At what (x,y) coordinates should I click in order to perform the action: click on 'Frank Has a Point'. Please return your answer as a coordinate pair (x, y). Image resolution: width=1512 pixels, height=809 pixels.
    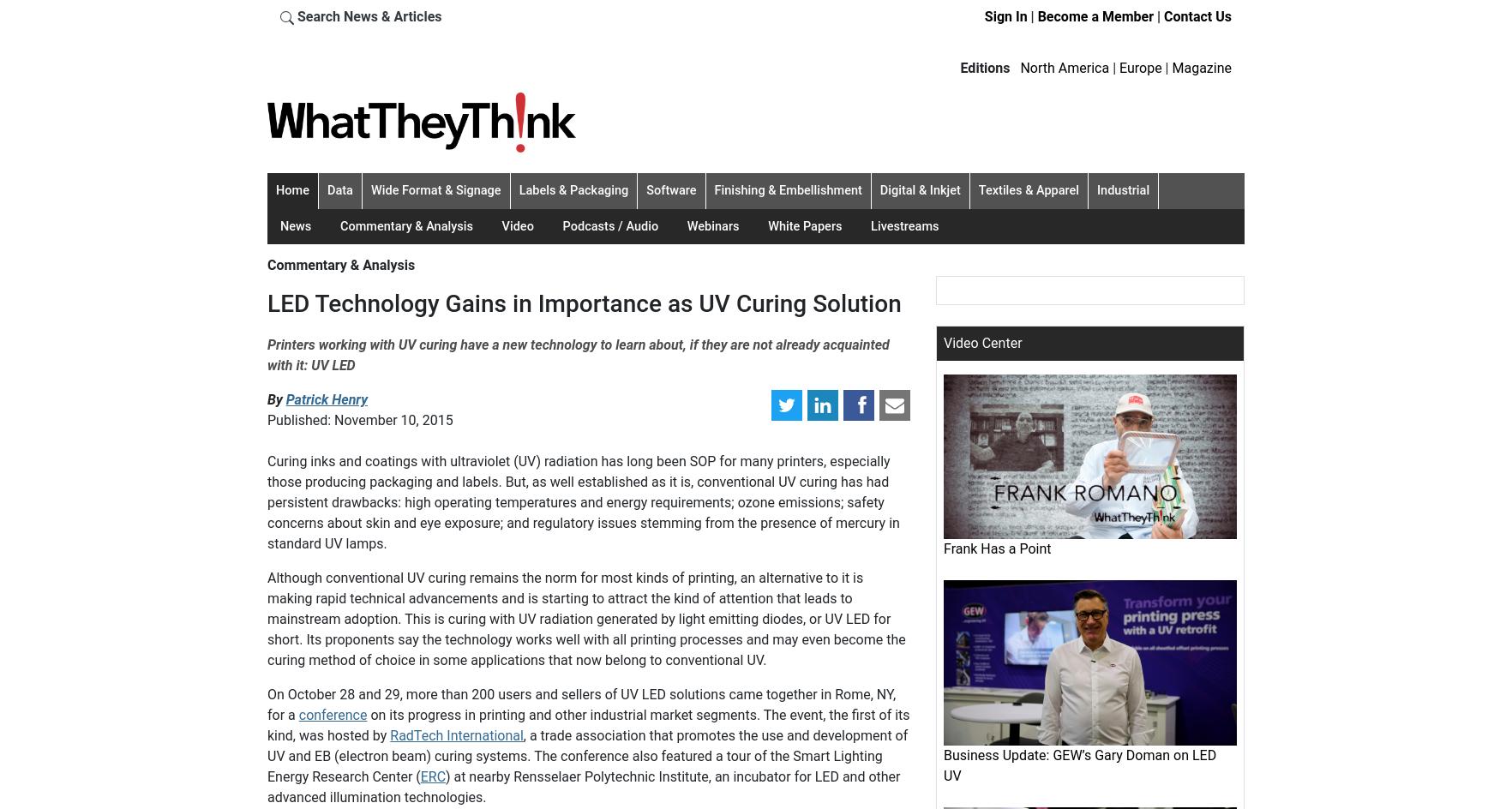
    Looking at the image, I should click on (997, 548).